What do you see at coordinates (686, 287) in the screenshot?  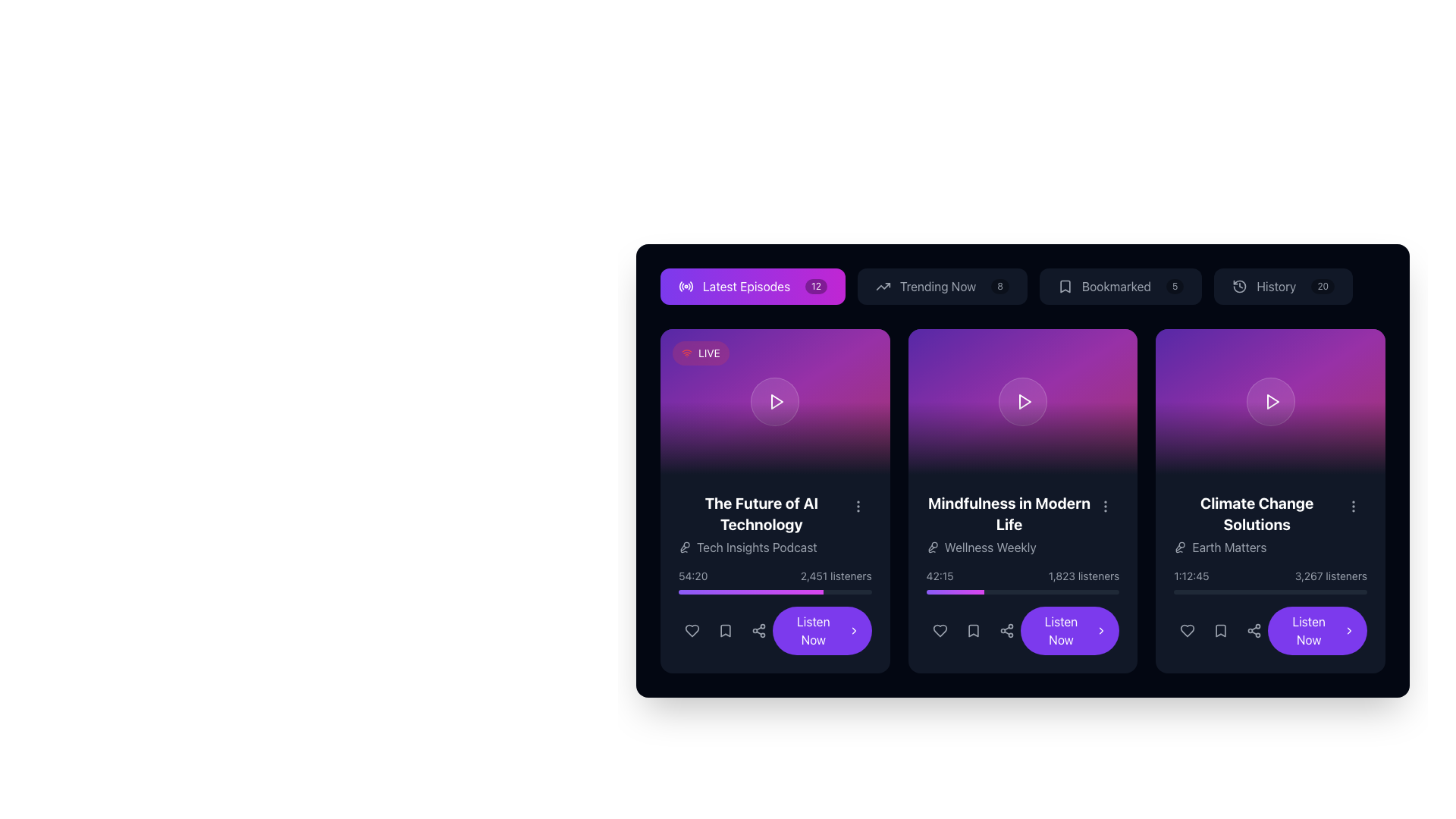 I see `the circular purple radio signal icon located at the far left of the 'Latest Episodes' button` at bounding box center [686, 287].